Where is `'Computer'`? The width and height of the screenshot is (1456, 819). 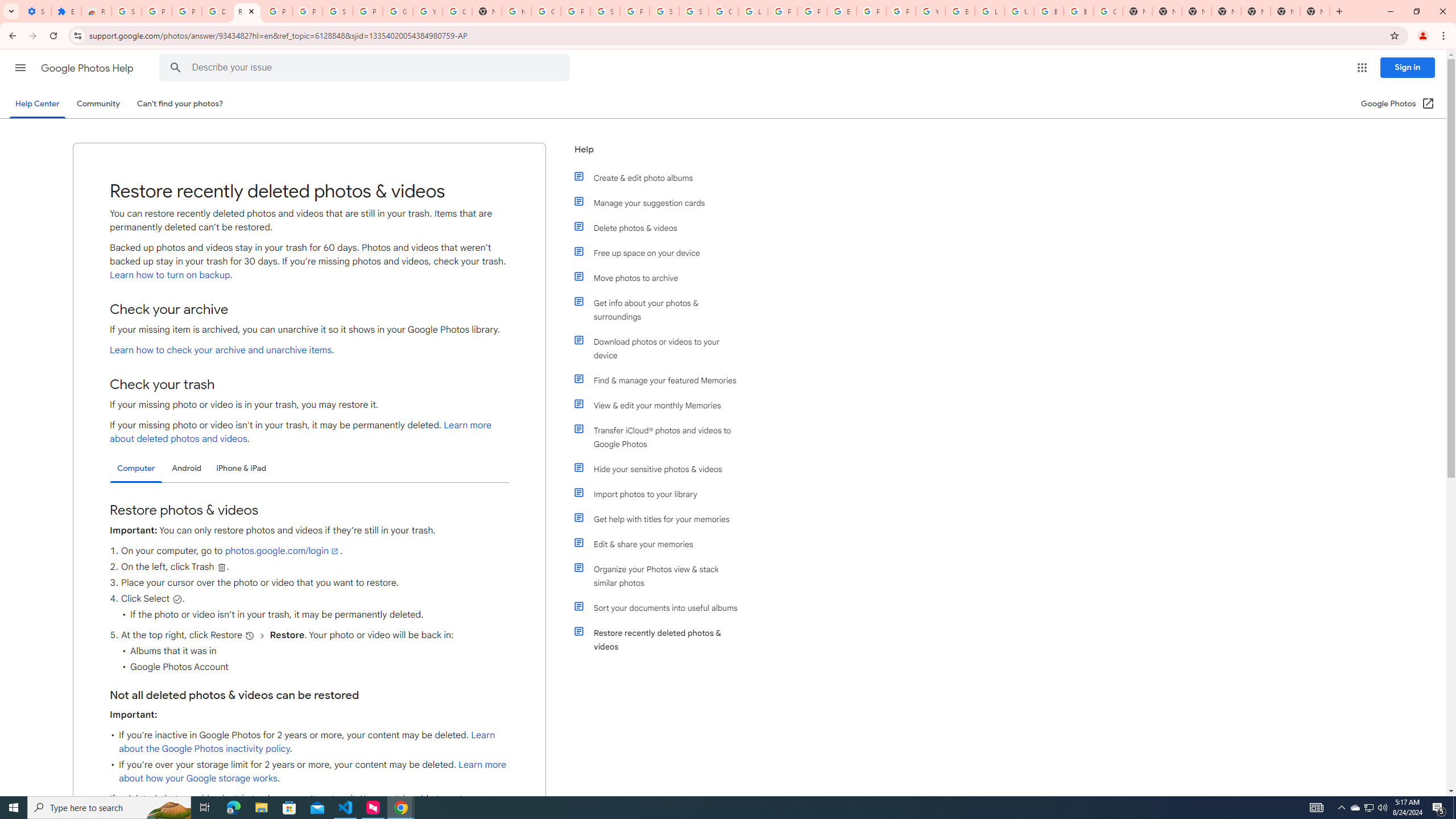 'Computer' is located at coordinates (136, 469).